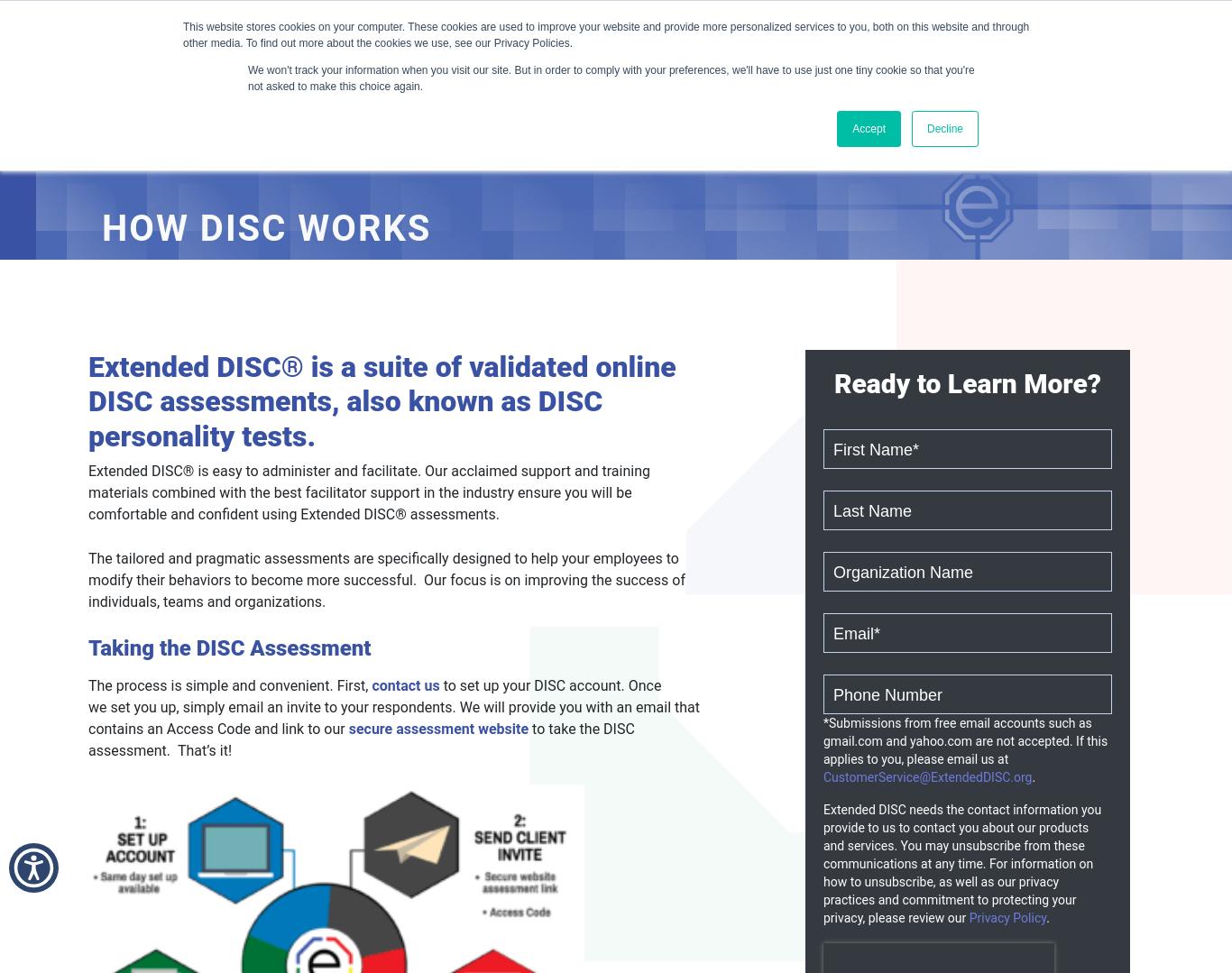 The image size is (1232, 973). What do you see at coordinates (926, 776) in the screenshot?
I see `'CustomerService@ExtendedDISC.org'` at bounding box center [926, 776].